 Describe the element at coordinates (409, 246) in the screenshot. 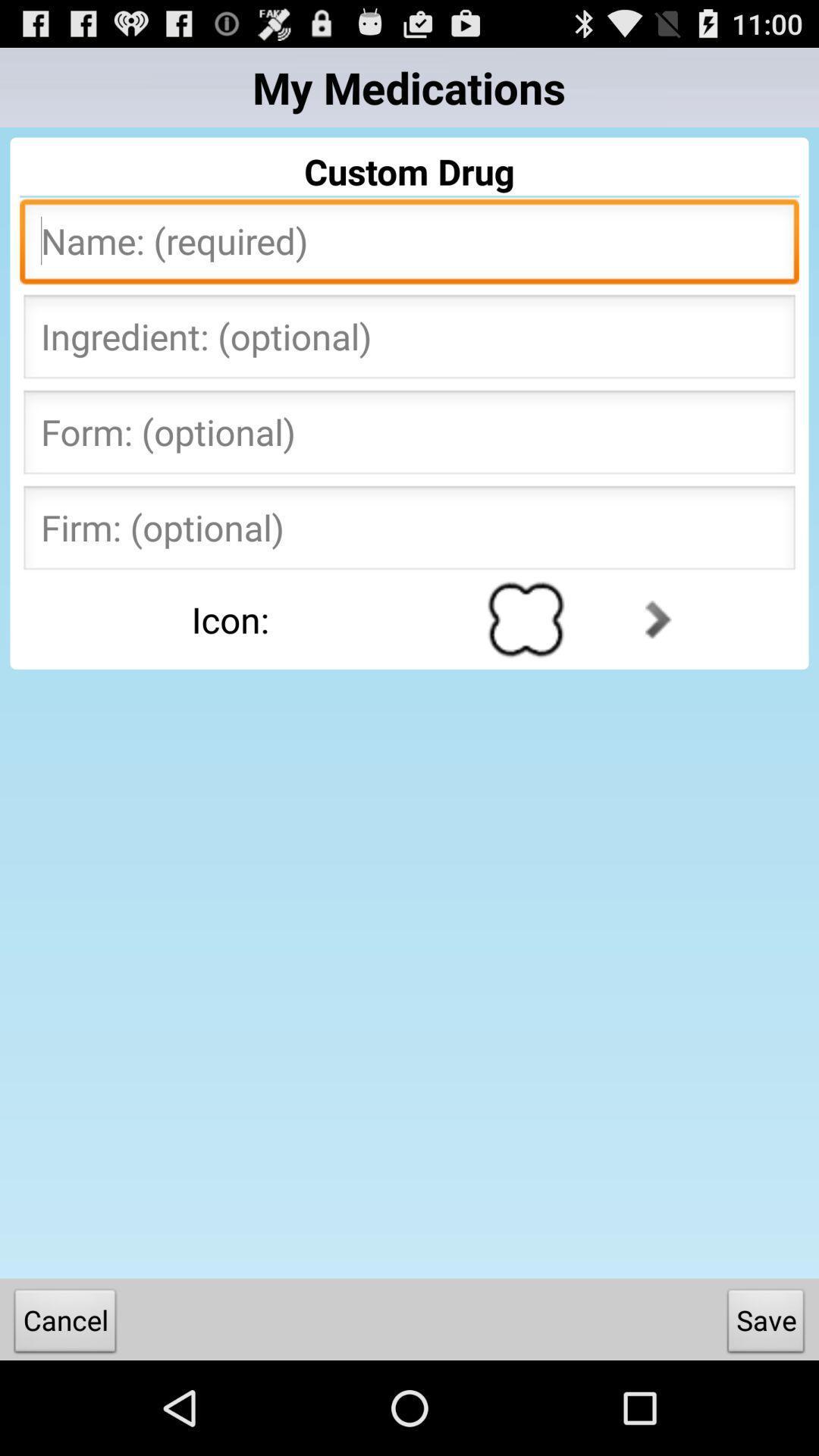

I see `type name` at that location.